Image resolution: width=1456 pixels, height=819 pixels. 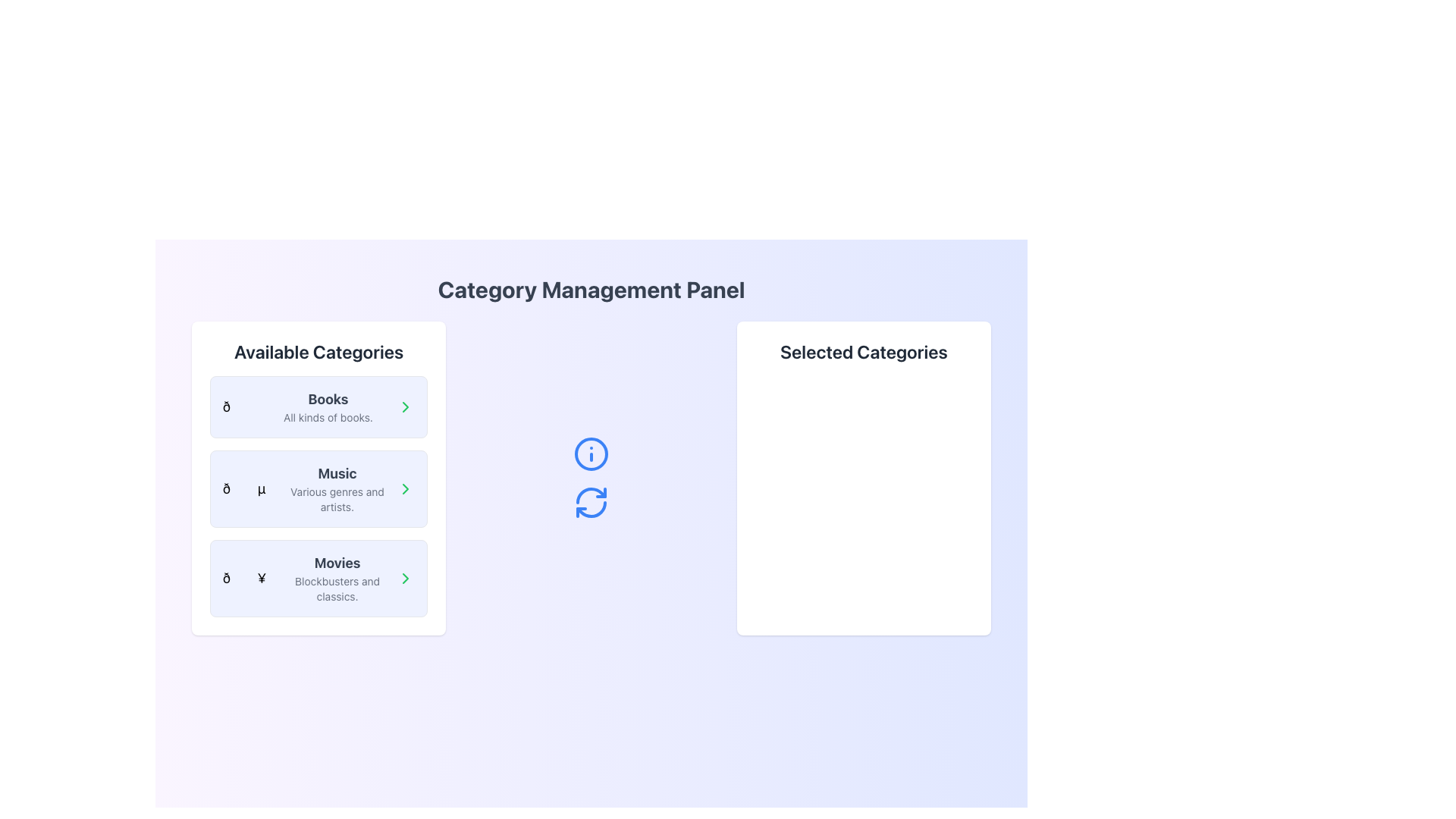 What do you see at coordinates (327, 418) in the screenshot?
I see `descriptive text 'All kinds of books.' located beneath the bold 'Books' label in the first category card of the 'Available Categories' column` at bounding box center [327, 418].